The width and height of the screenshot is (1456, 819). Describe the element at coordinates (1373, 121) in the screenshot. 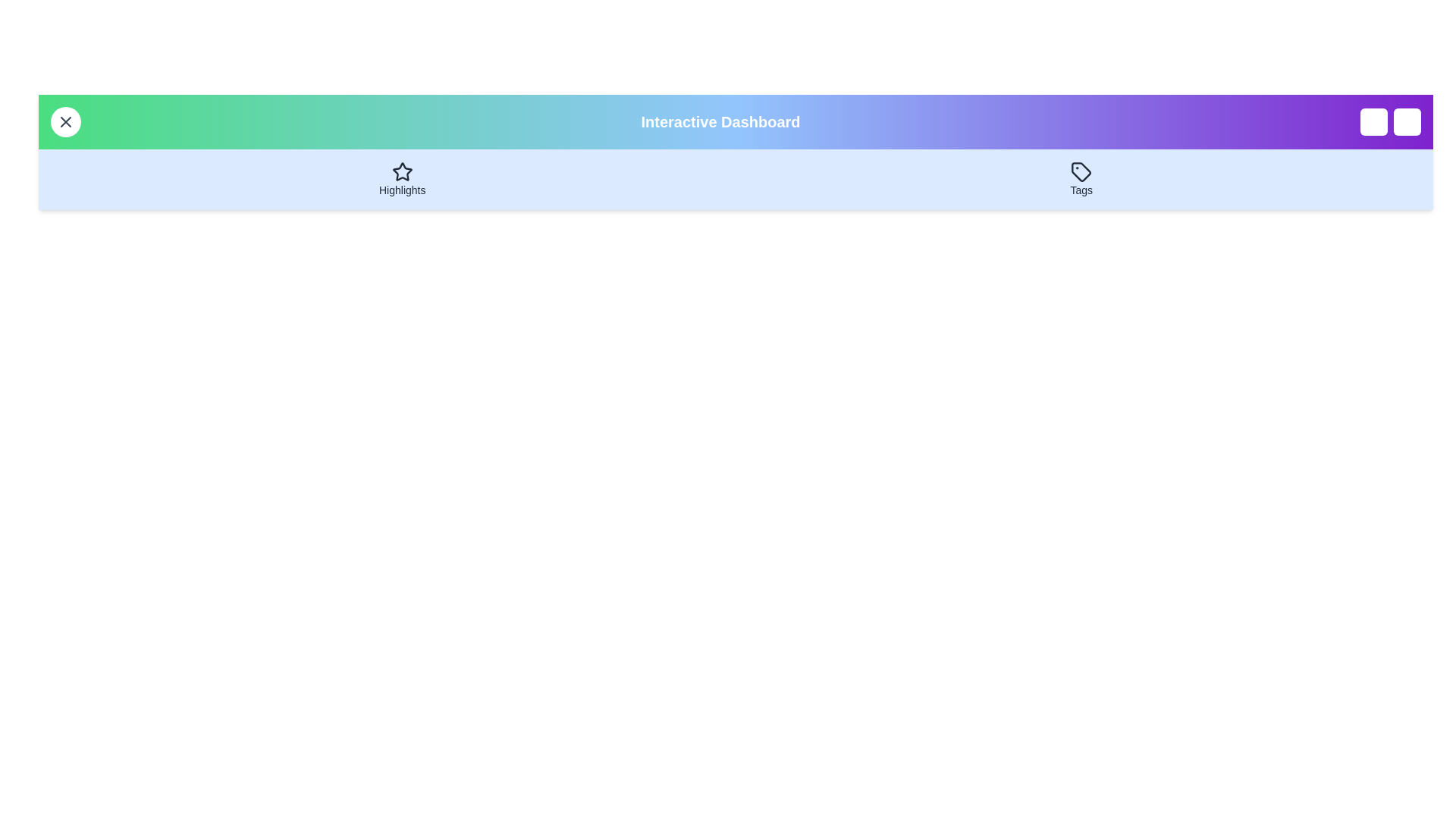

I see `the 'Bell' icon to view notifications` at that location.